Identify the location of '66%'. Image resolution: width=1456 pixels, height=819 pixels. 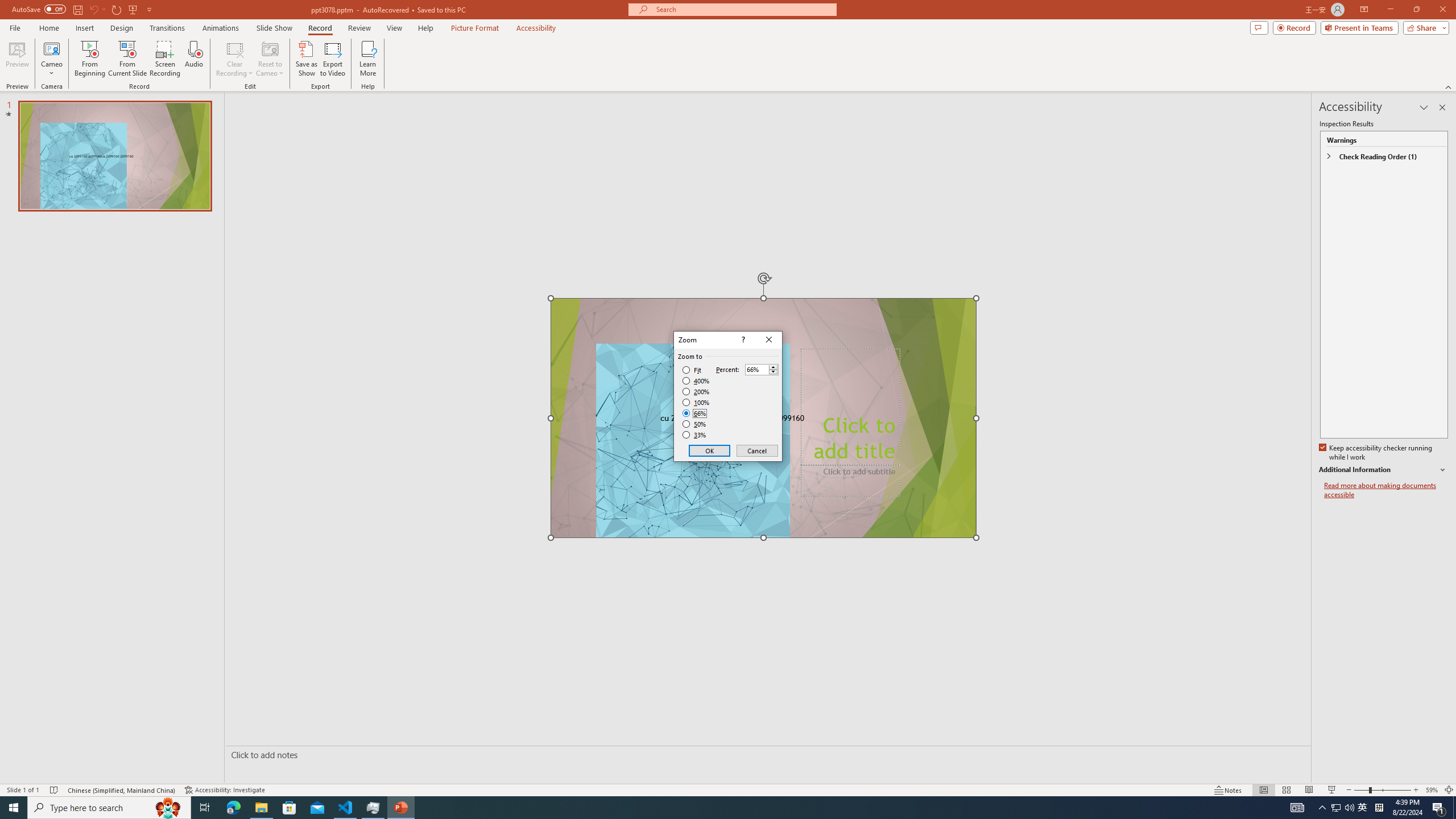
(695, 412).